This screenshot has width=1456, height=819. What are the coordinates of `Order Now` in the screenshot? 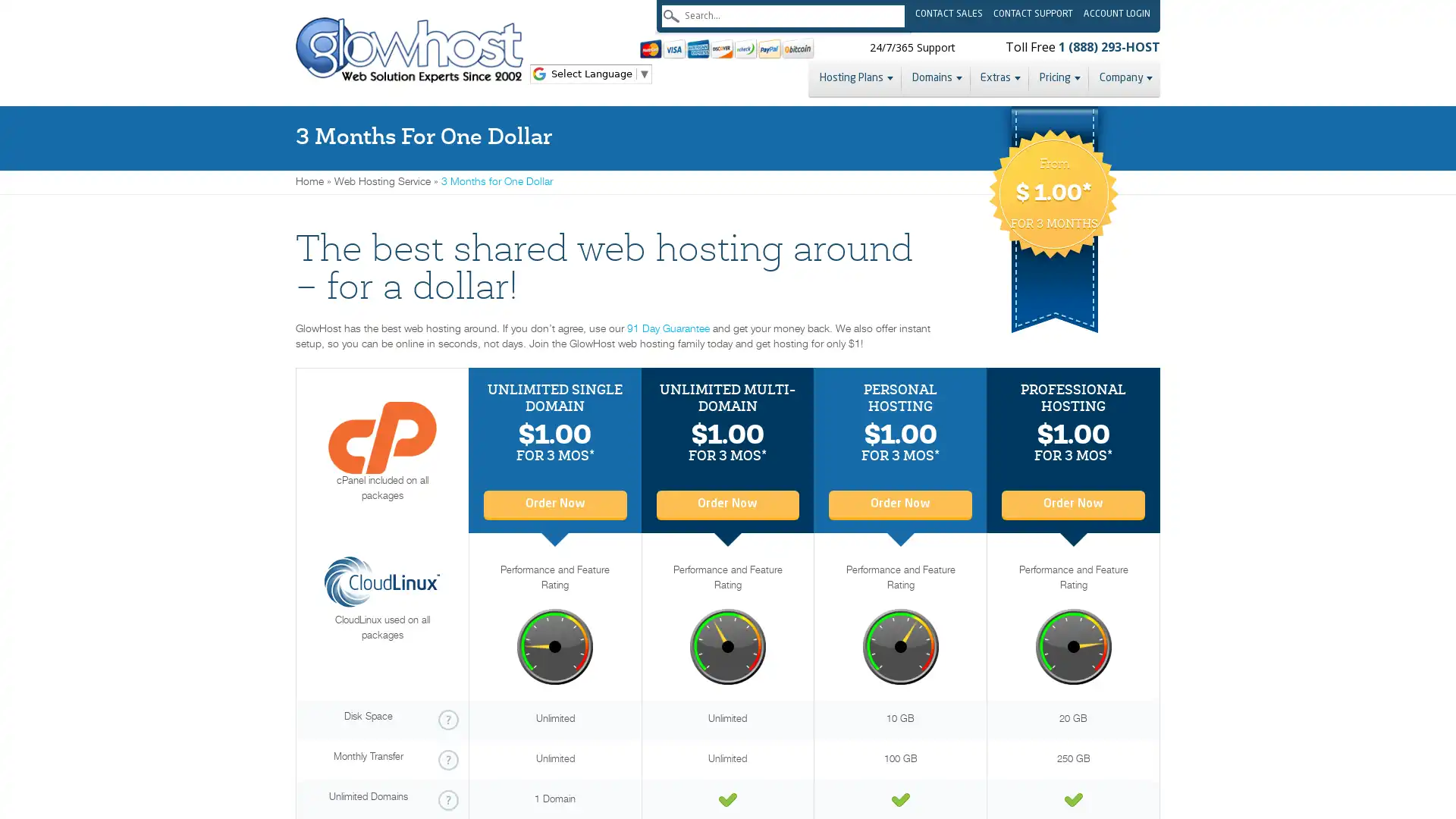 It's located at (726, 503).